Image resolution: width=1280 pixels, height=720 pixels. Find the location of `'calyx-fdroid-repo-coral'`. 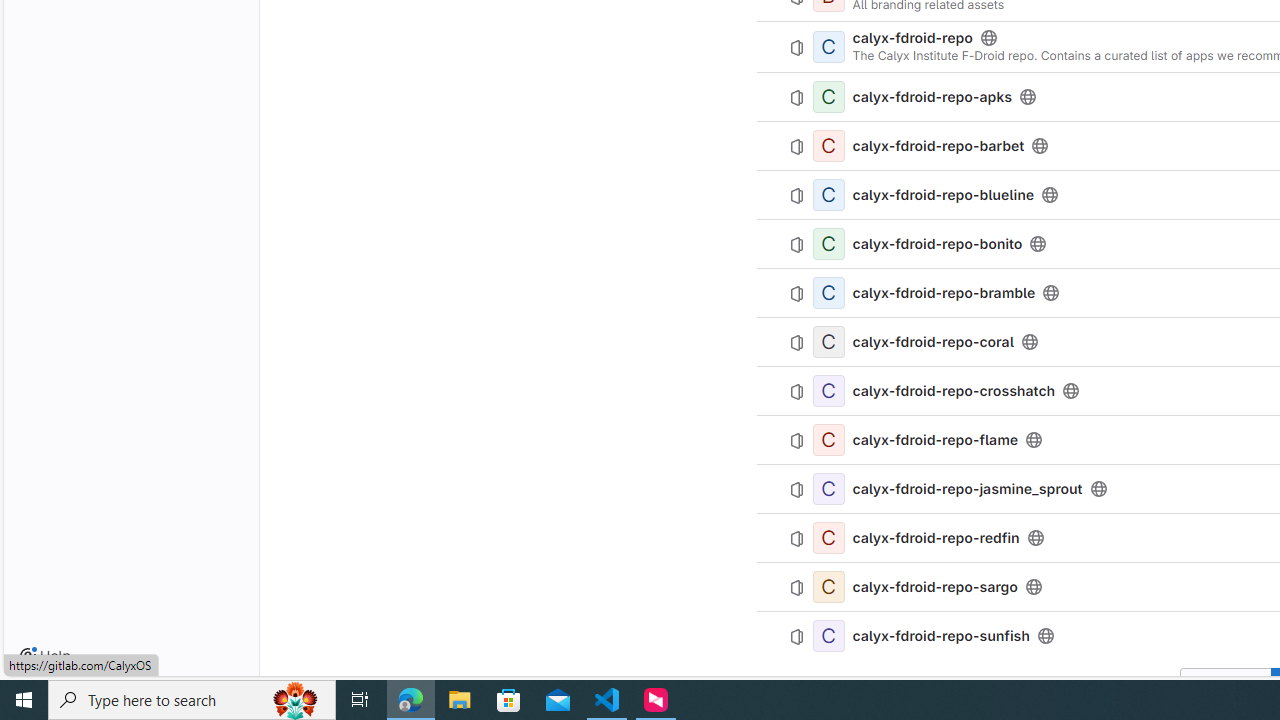

'calyx-fdroid-repo-coral' is located at coordinates (932, 341).